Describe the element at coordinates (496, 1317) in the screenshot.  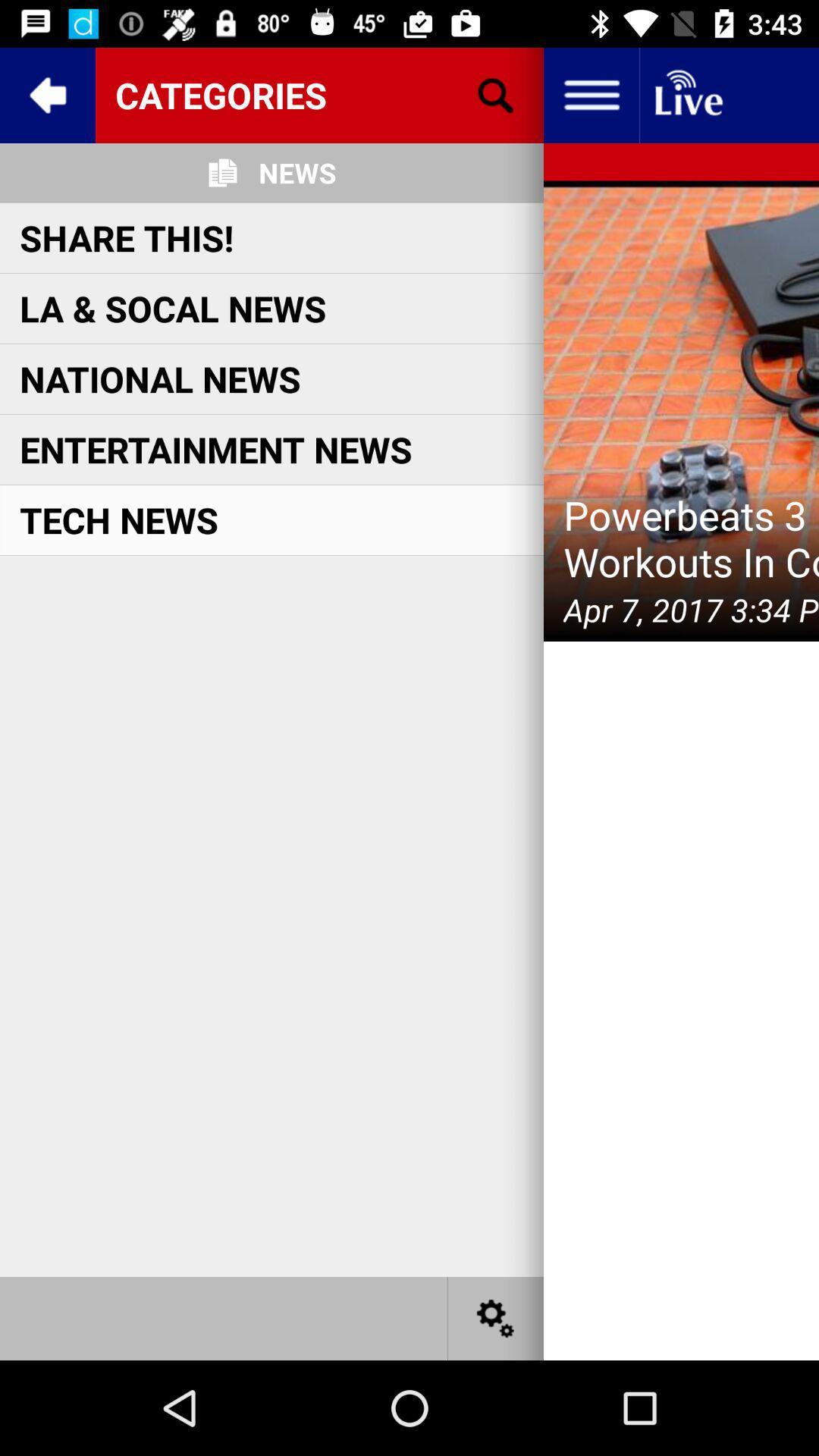
I see `settings` at that location.